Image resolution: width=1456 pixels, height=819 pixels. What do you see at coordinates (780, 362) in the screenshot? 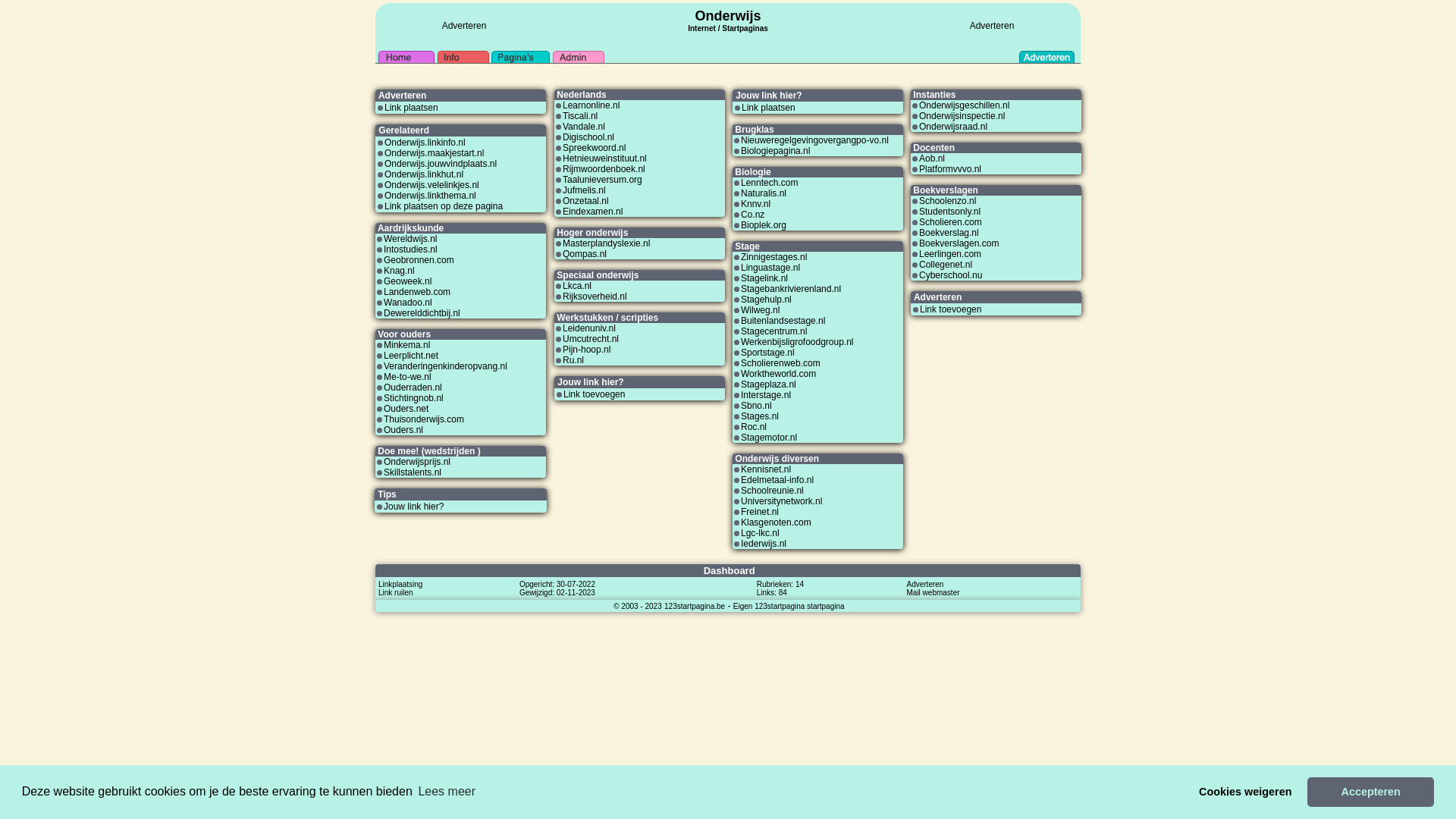
I see `'Scholierenweb.com'` at bounding box center [780, 362].